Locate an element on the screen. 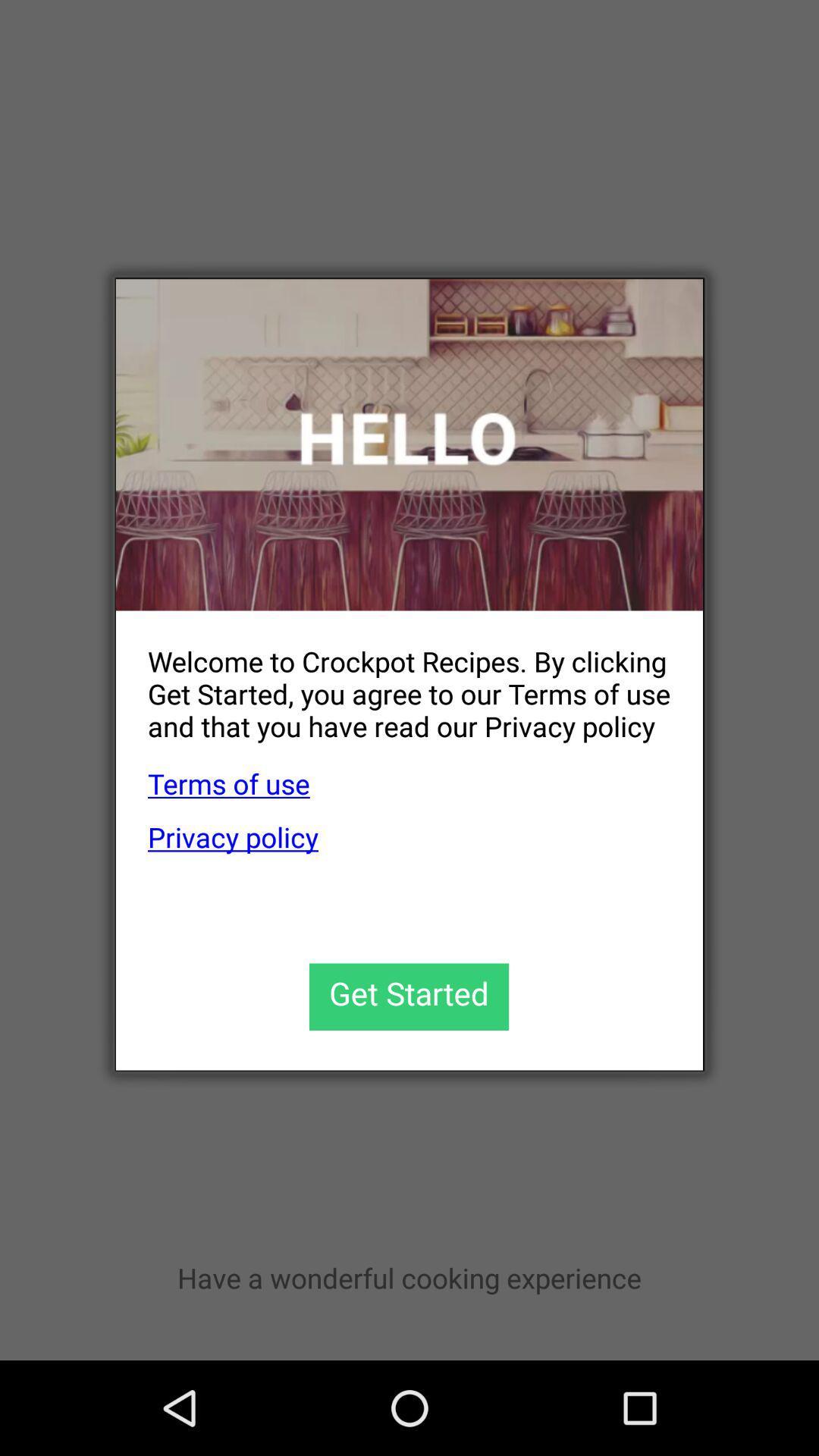 The image size is (819, 1456). app is located at coordinates (408, 996).